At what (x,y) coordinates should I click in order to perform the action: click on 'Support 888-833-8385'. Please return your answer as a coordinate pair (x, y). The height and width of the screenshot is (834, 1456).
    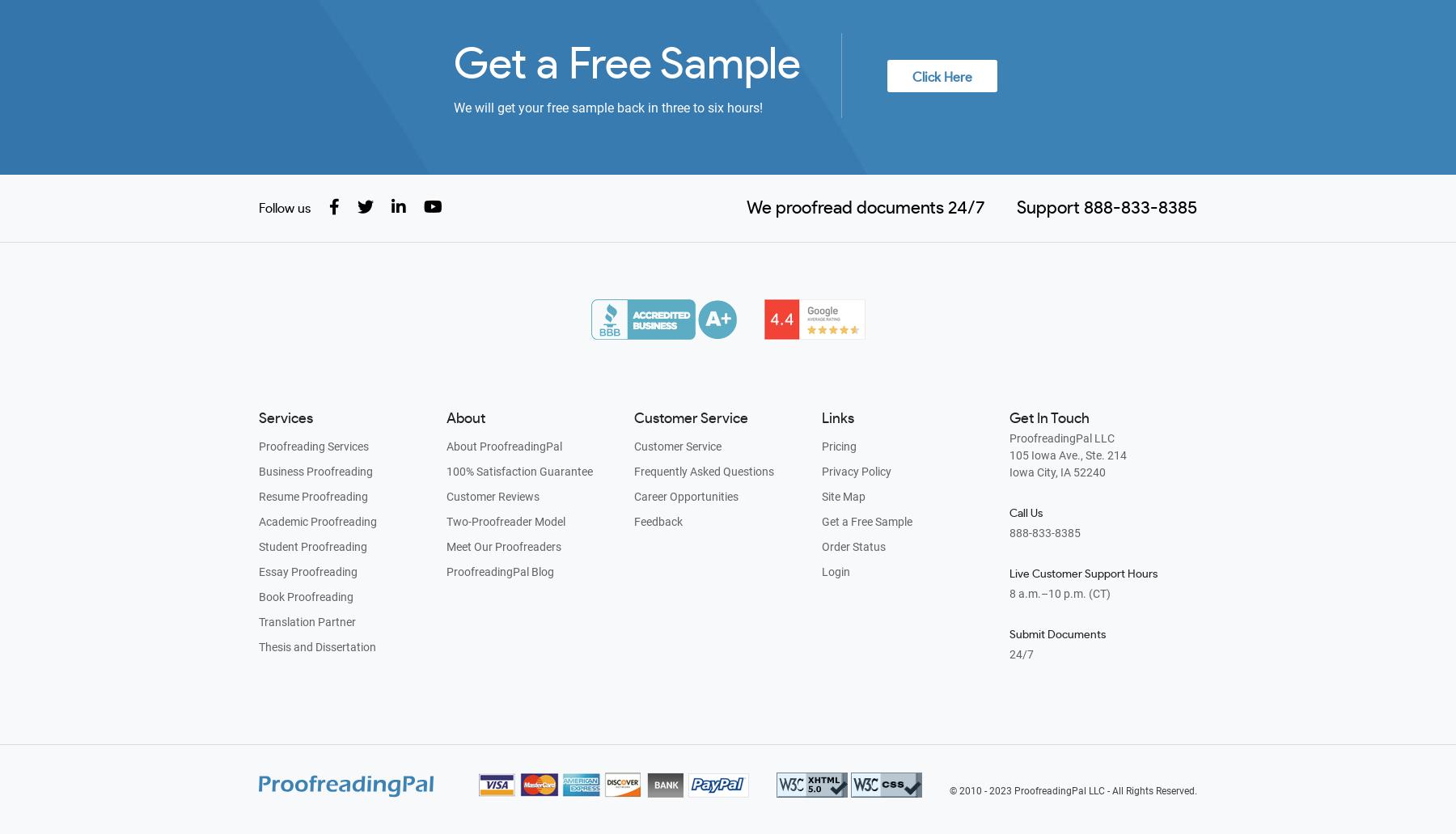
    Looking at the image, I should click on (1013, 208).